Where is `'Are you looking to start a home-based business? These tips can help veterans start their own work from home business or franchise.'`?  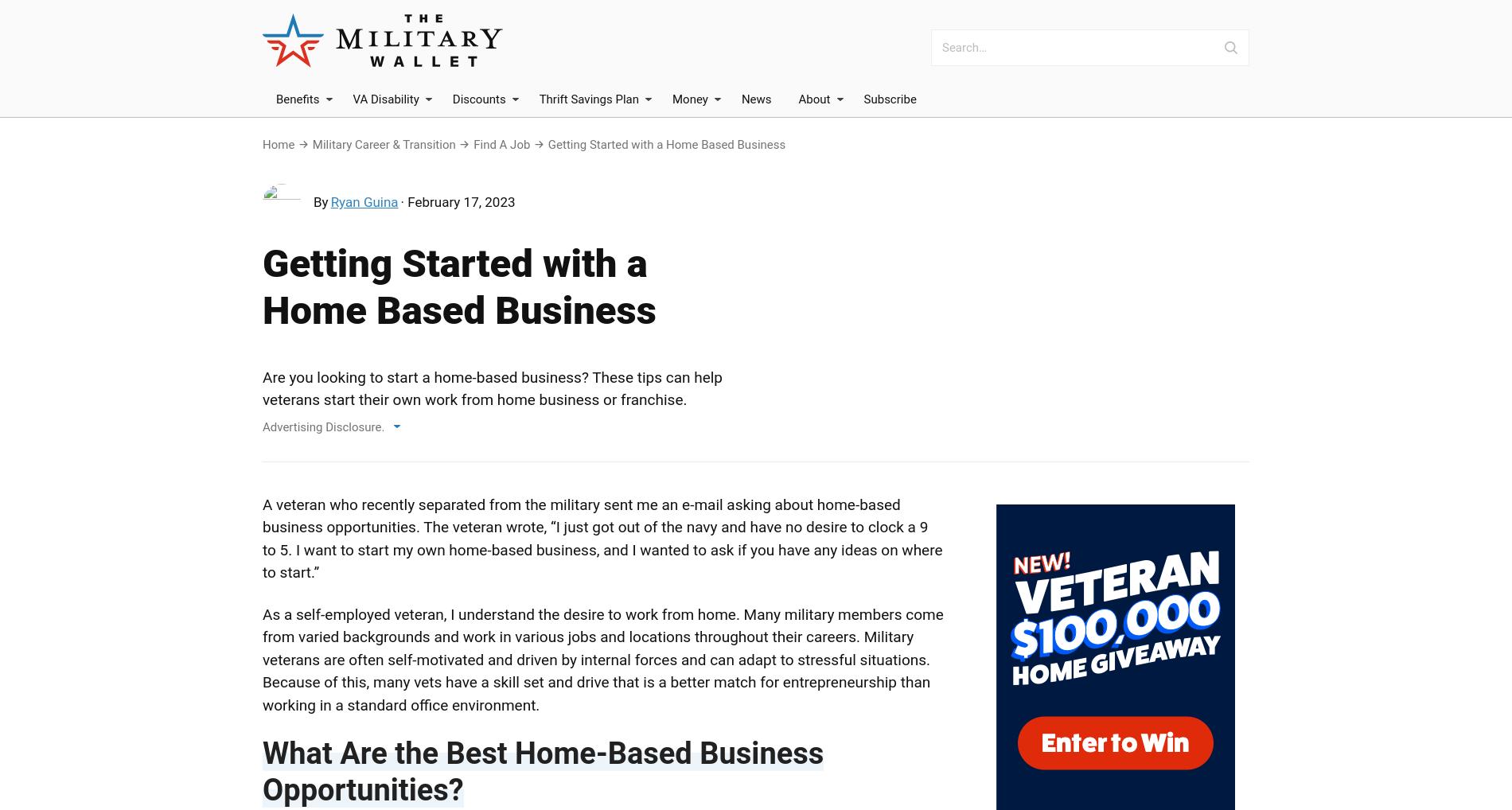 'Are you looking to start a home-based business? These tips can help veterans start their own work from home business or franchise.' is located at coordinates (493, 388).